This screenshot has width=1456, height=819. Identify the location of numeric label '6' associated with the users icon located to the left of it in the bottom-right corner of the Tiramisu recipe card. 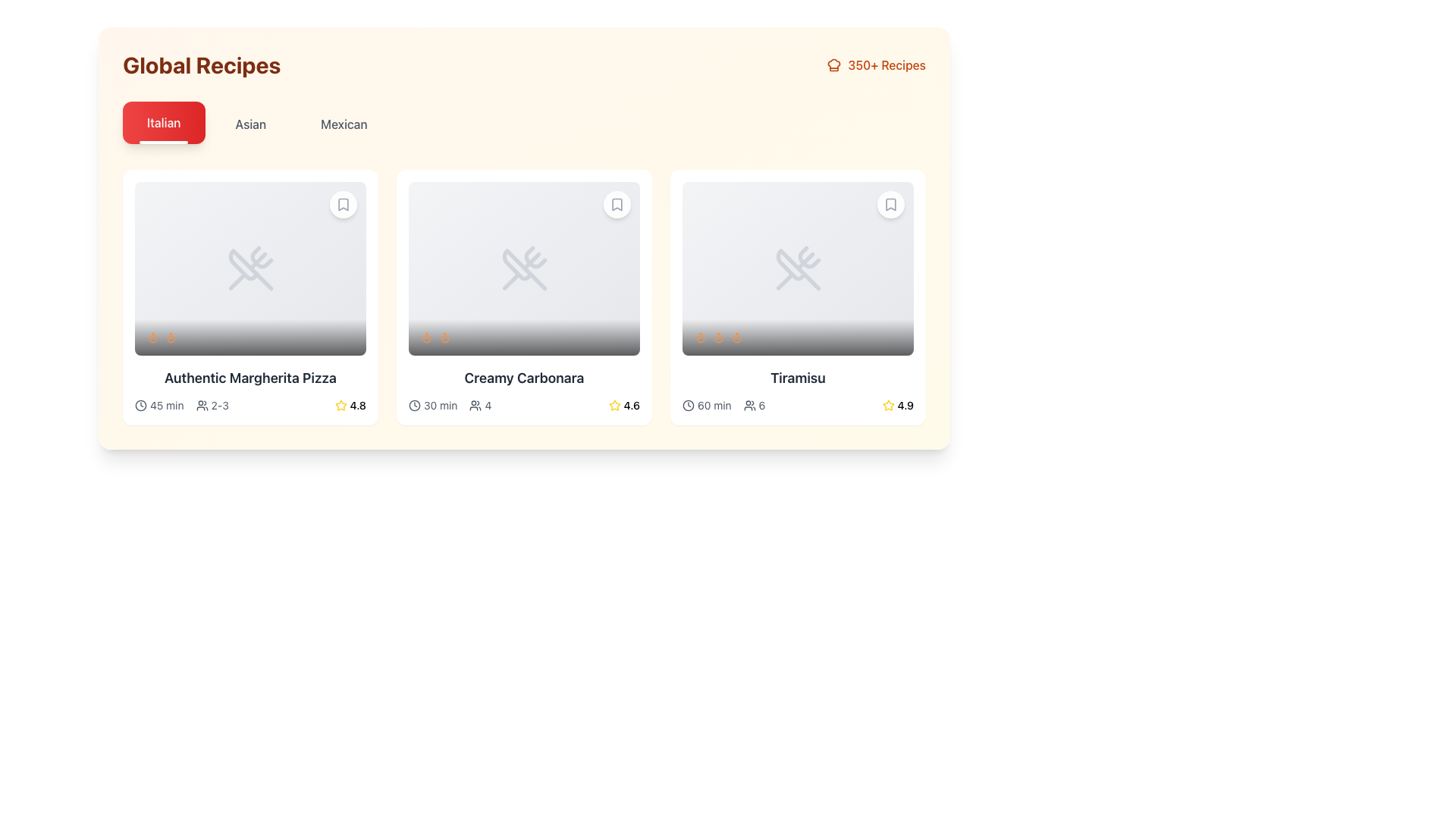
(749, 404).